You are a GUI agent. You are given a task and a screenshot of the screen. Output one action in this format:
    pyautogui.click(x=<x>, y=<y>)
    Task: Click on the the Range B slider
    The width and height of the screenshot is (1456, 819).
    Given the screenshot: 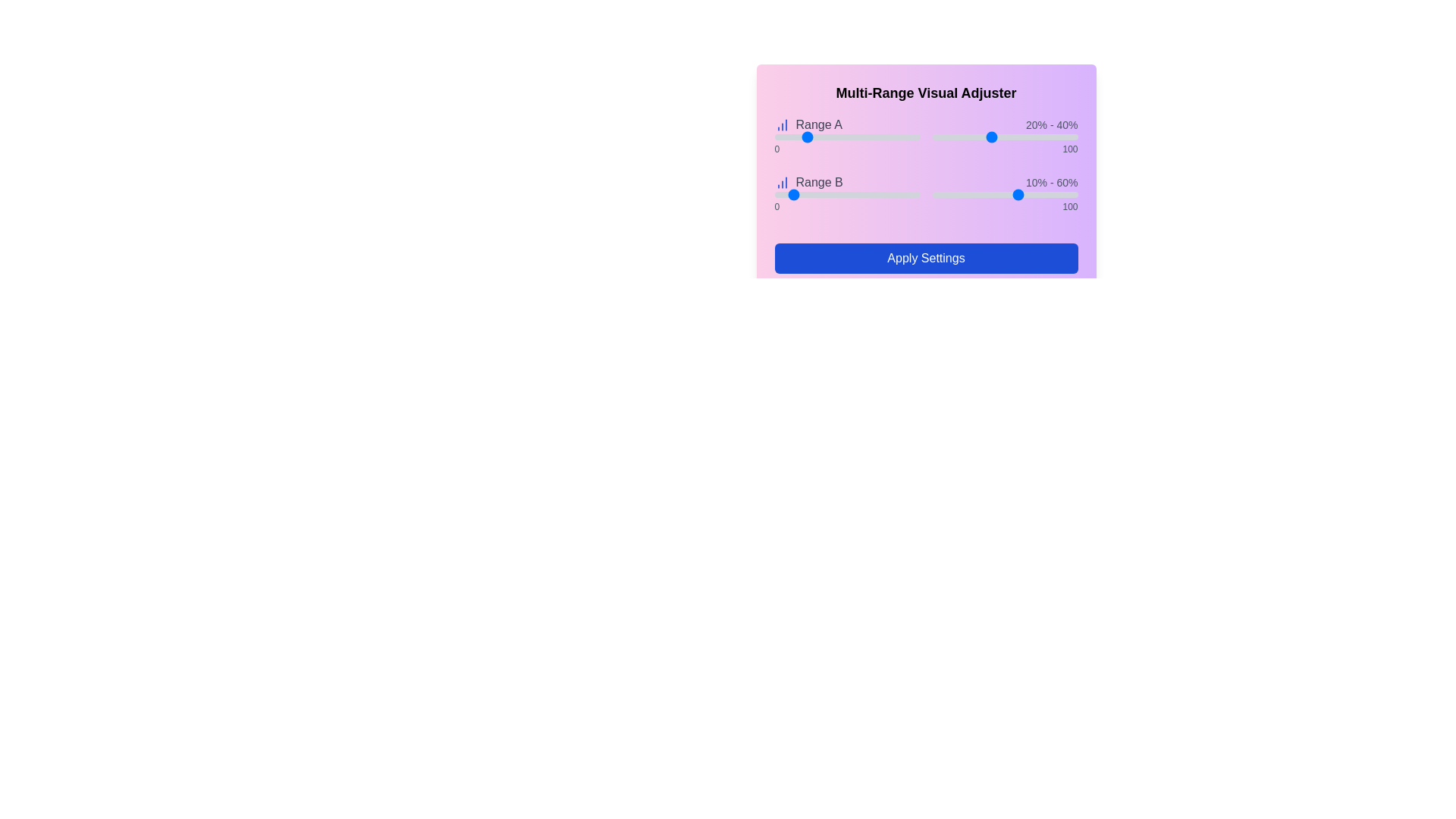 What is the action you would take?
    pyautogui.click(x=1061, y=194)
    